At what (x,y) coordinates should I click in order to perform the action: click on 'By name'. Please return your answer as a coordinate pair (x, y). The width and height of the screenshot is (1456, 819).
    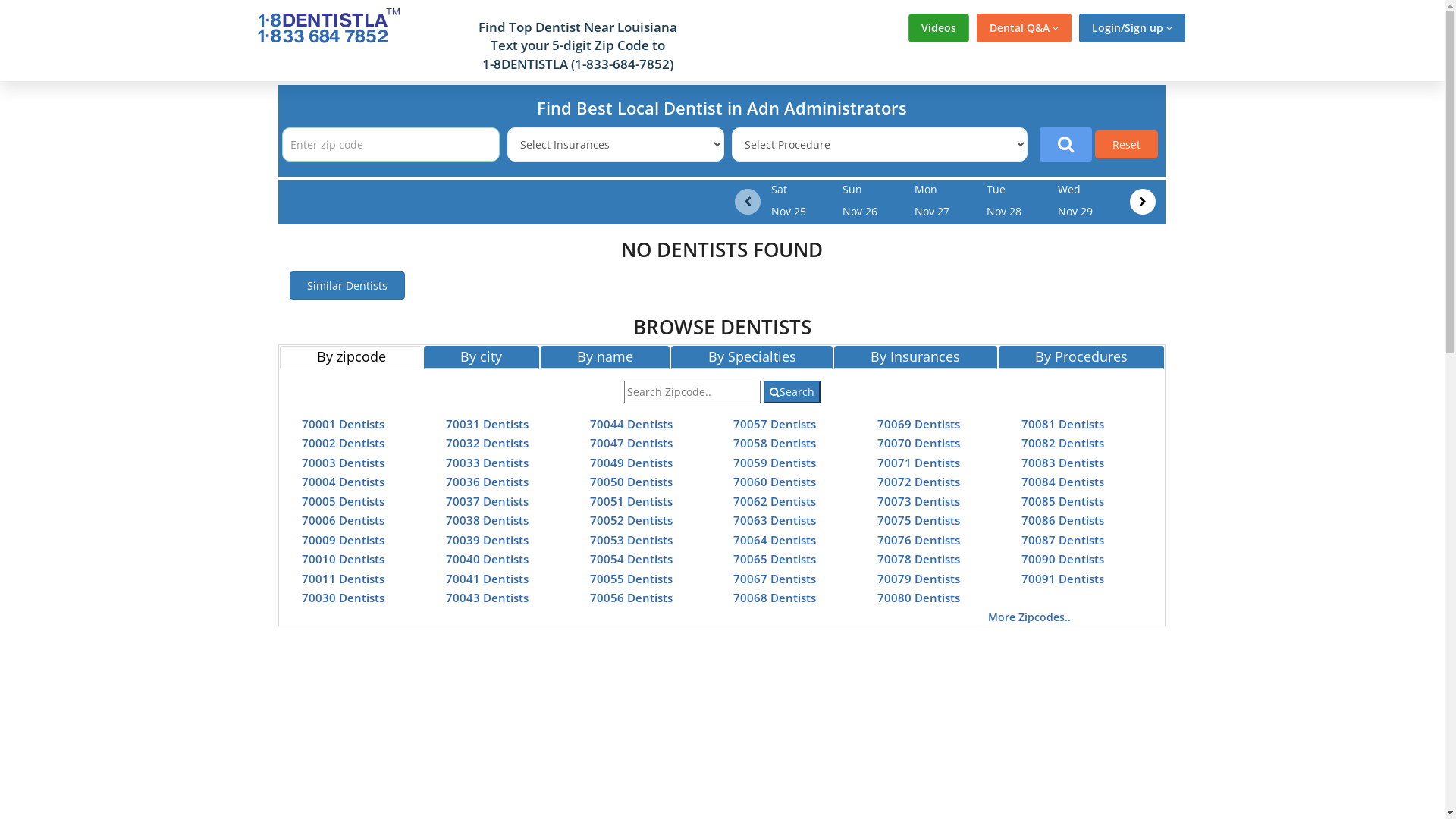
    Looking at the image, I should click on (604, 356).